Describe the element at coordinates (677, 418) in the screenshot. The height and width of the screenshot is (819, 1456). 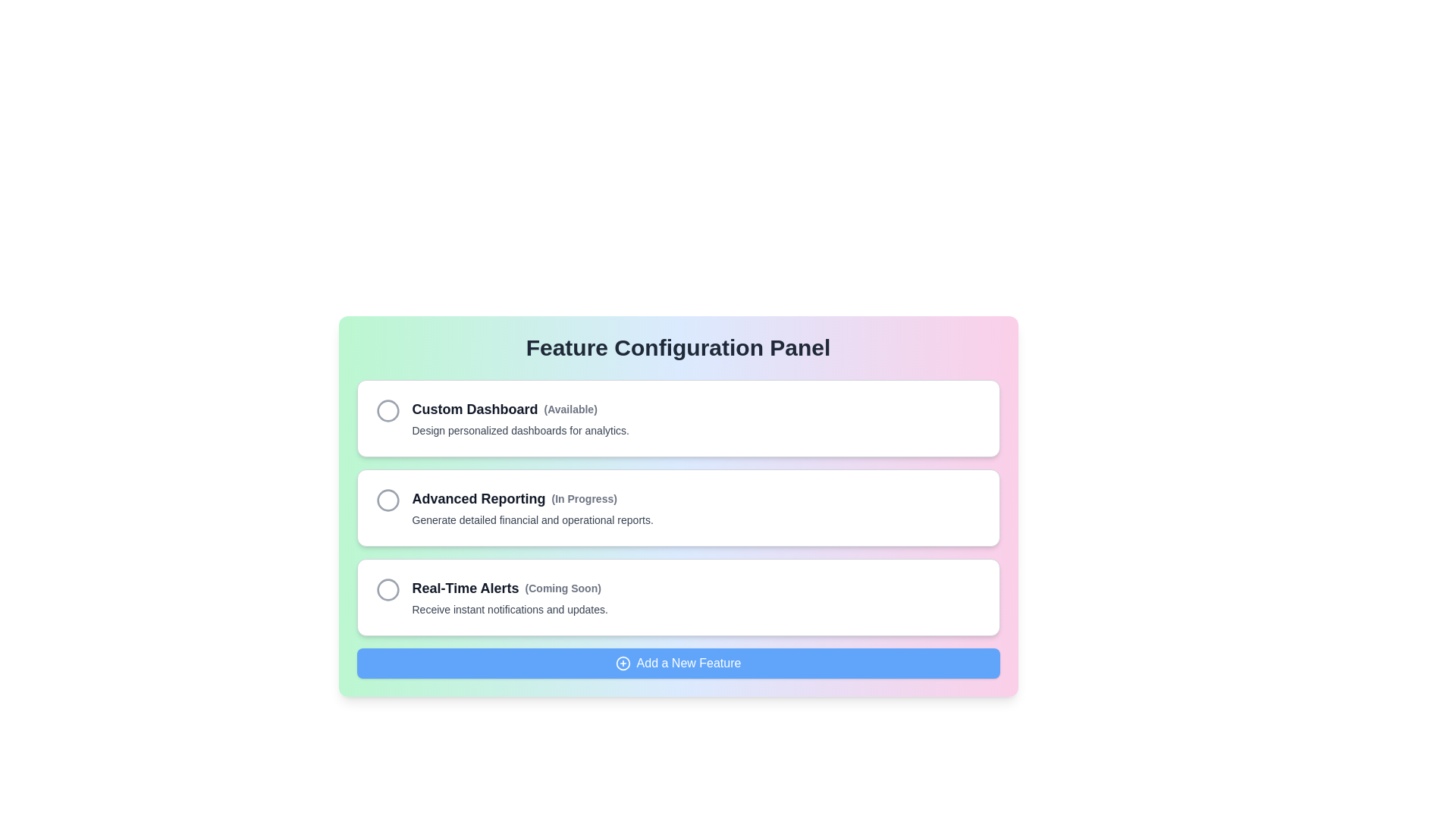
I see `the Informational section titled 'Custom Dashboard (Available)'` at that location.